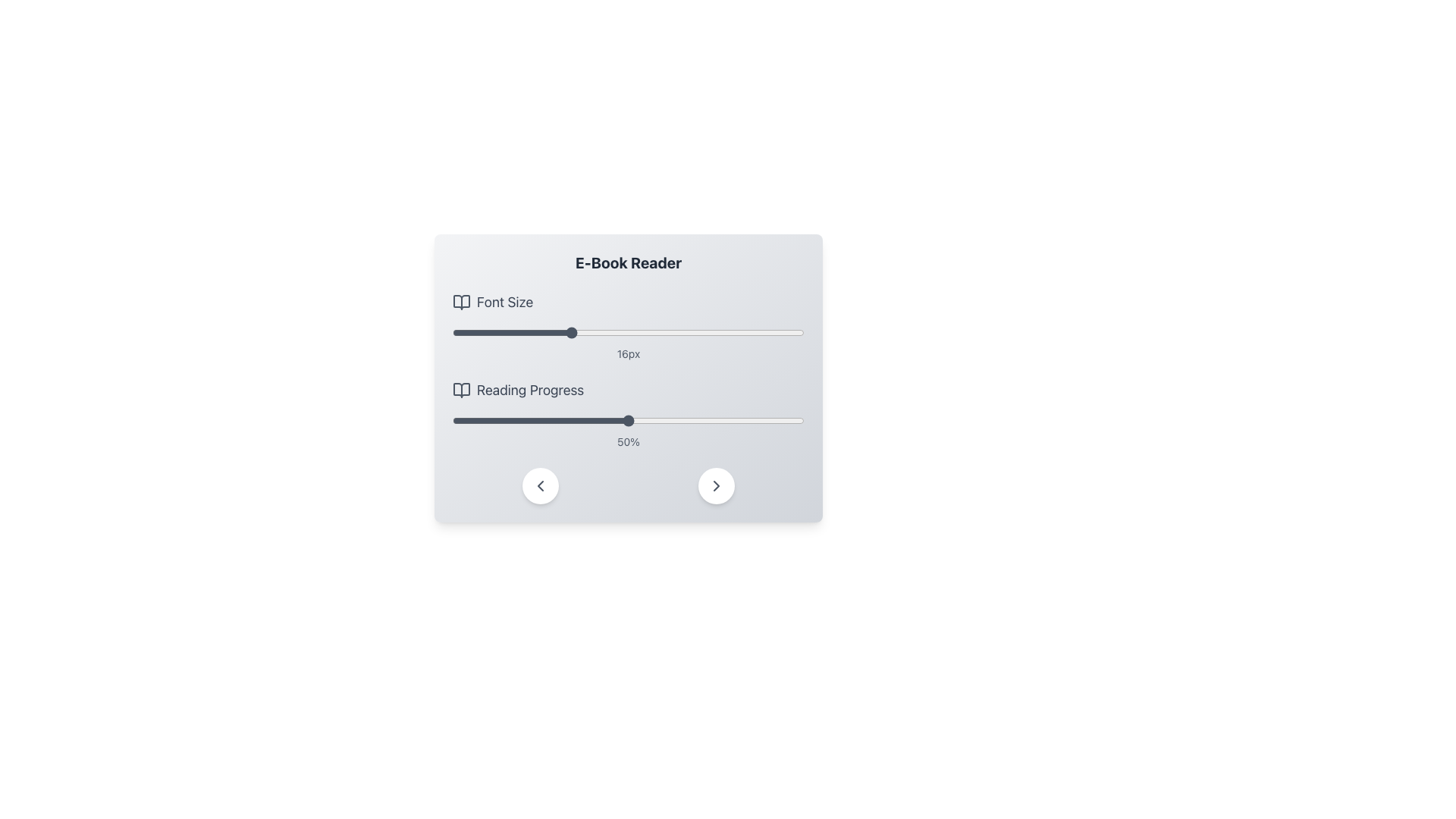 Image resolution: width=1456 pixels, height=819 pixels. I want to click on the reading progress, so click(629, 421).